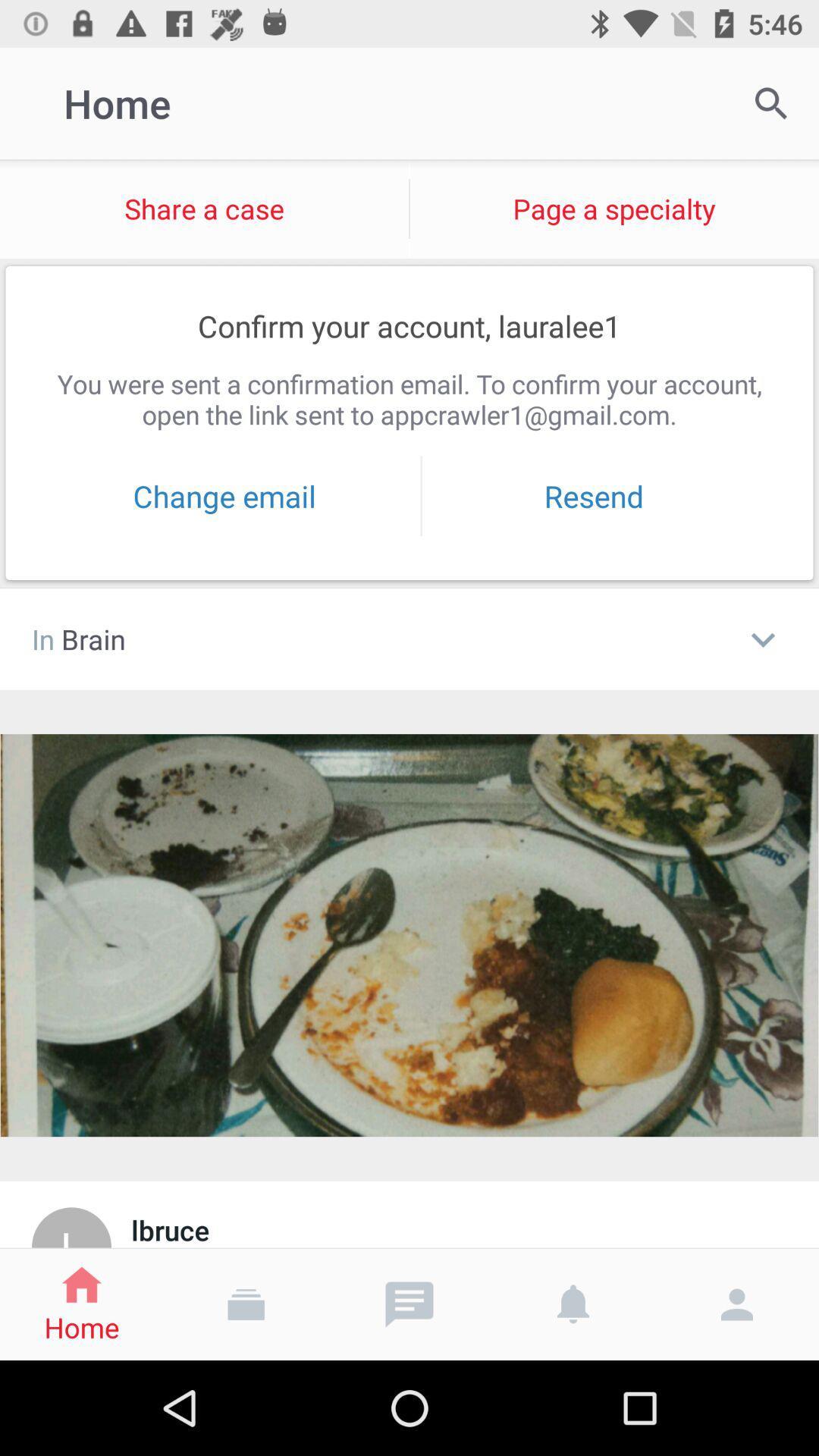 Image resolution: width=819 pixels, height=1456 pixels. I want to click on item next to the lbruce item, so click(71, 1227).